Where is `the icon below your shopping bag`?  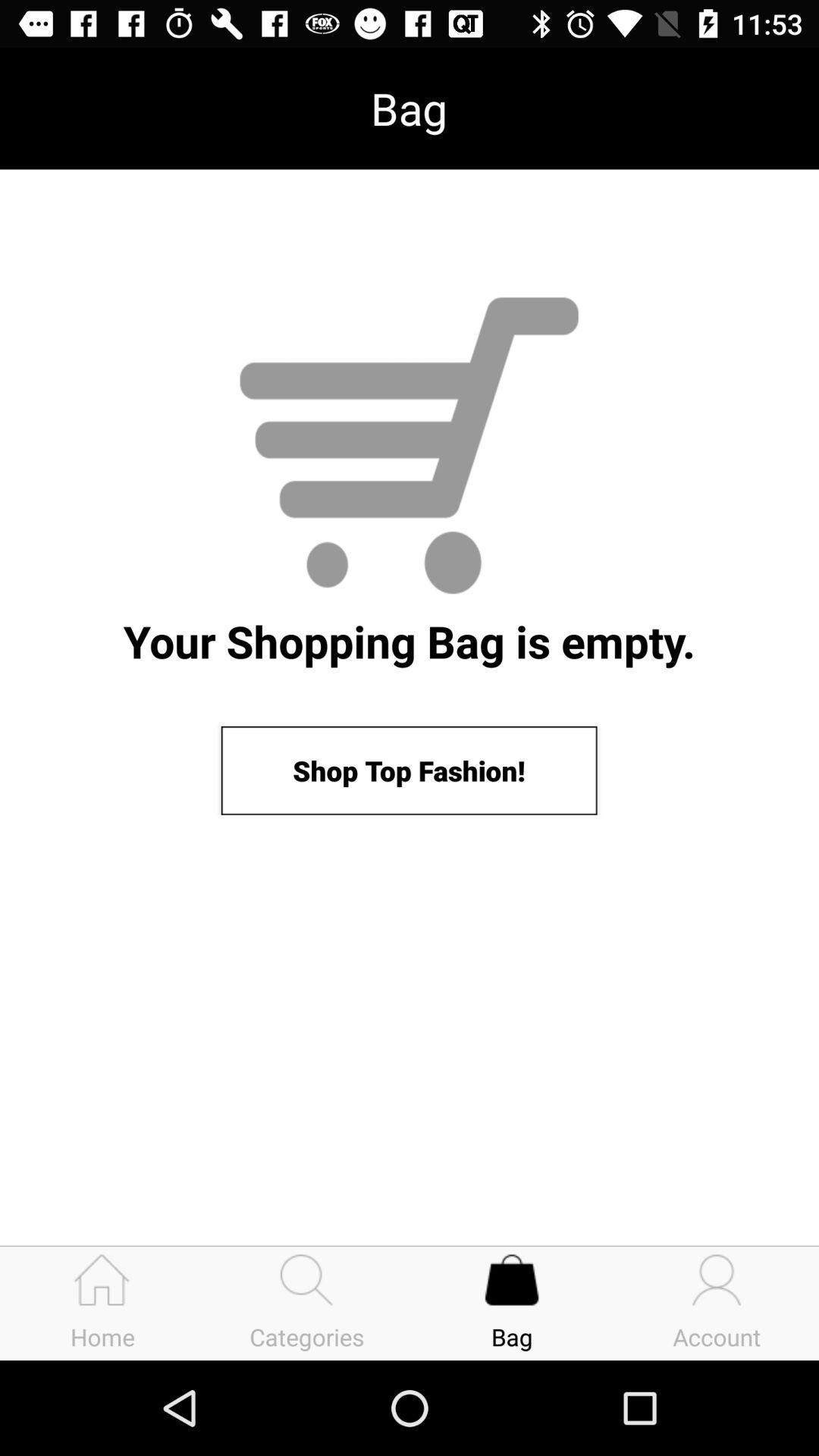 the icon below your shopping bag is located at coordinates (408, 770).